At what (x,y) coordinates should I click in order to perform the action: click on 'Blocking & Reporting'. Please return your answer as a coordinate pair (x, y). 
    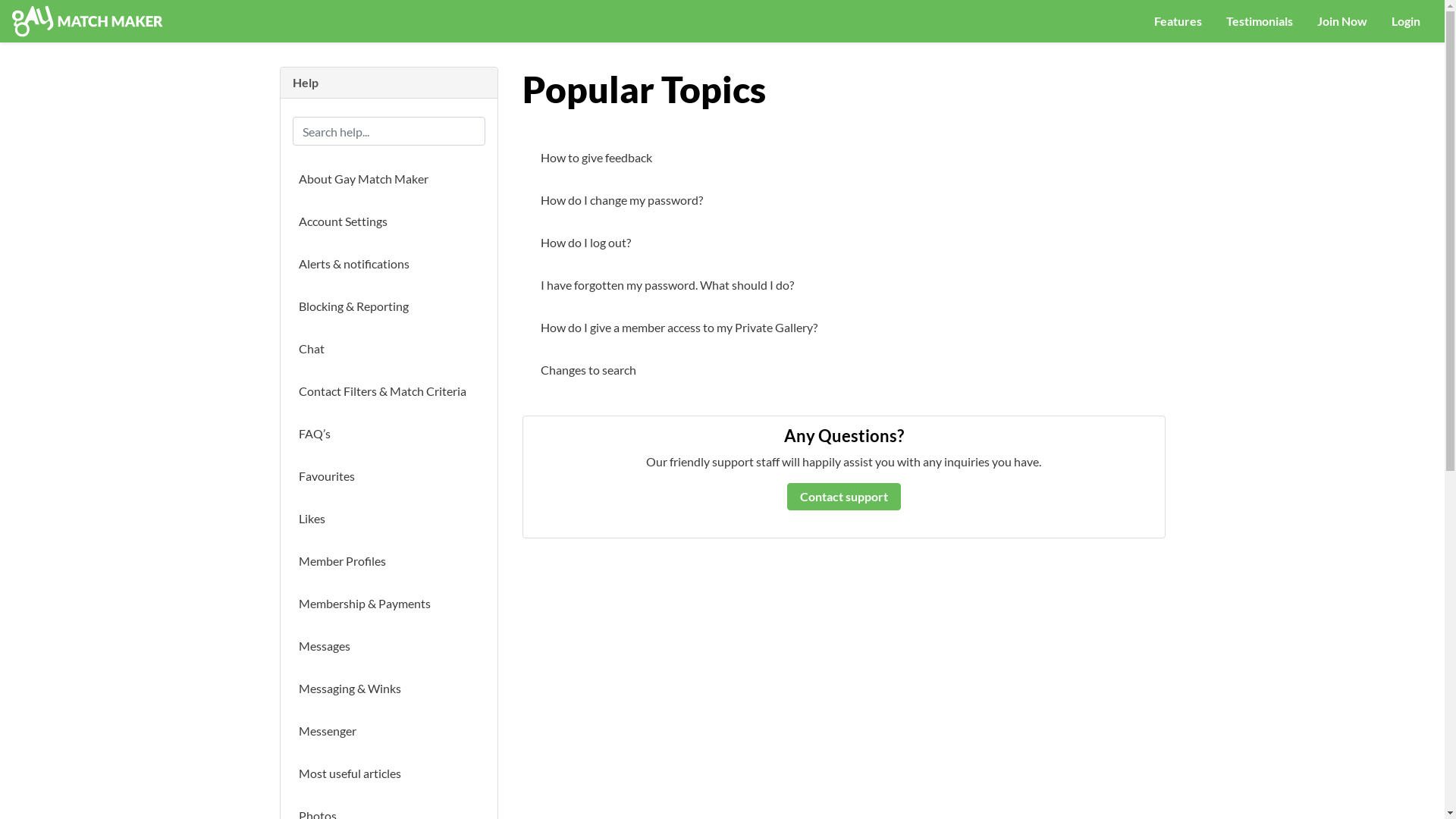
    Looking at the image, I should click on (389, 306).